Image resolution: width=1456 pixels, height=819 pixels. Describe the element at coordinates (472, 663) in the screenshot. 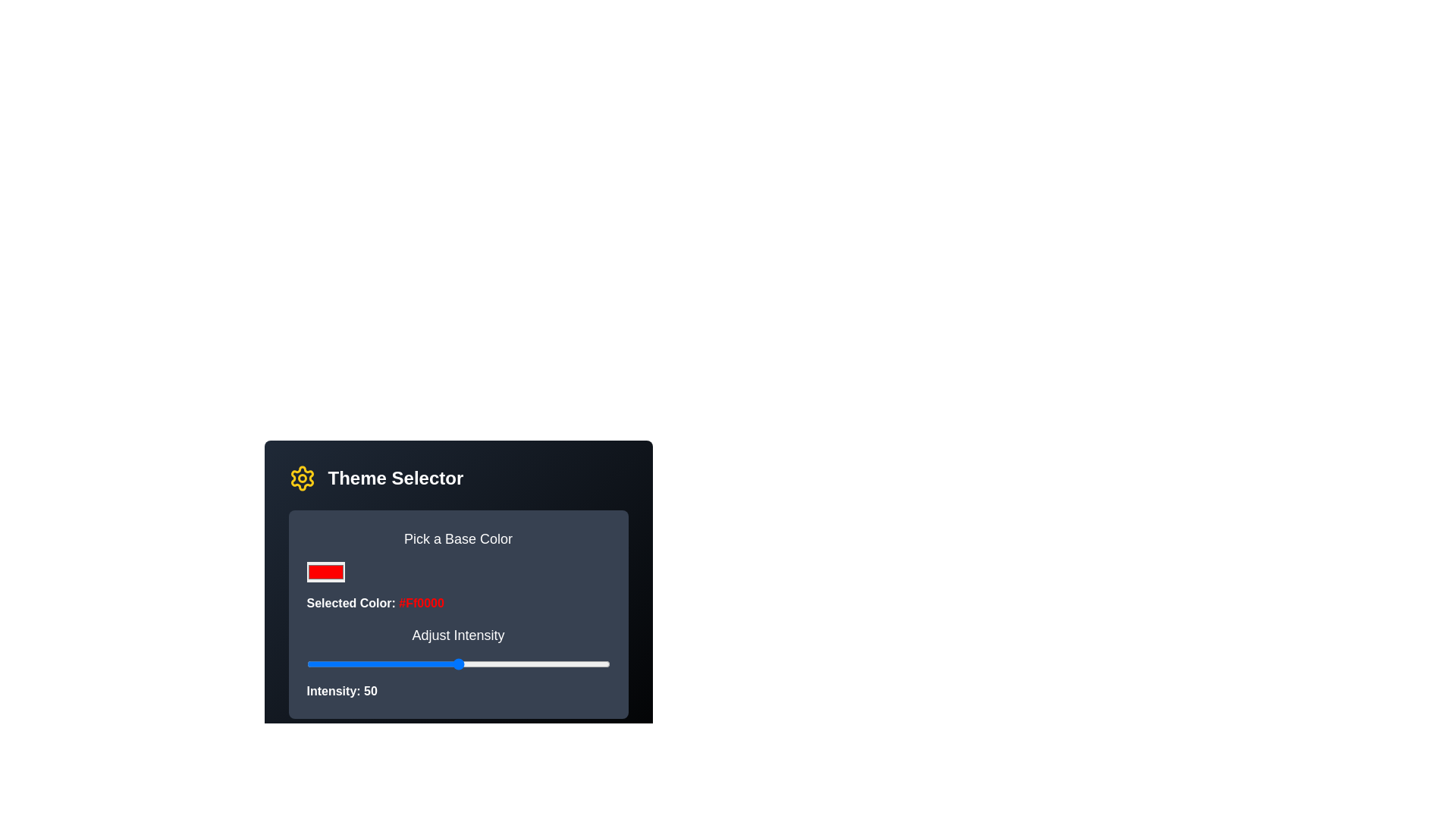

I see `the intensity slider to 55%` at that location.